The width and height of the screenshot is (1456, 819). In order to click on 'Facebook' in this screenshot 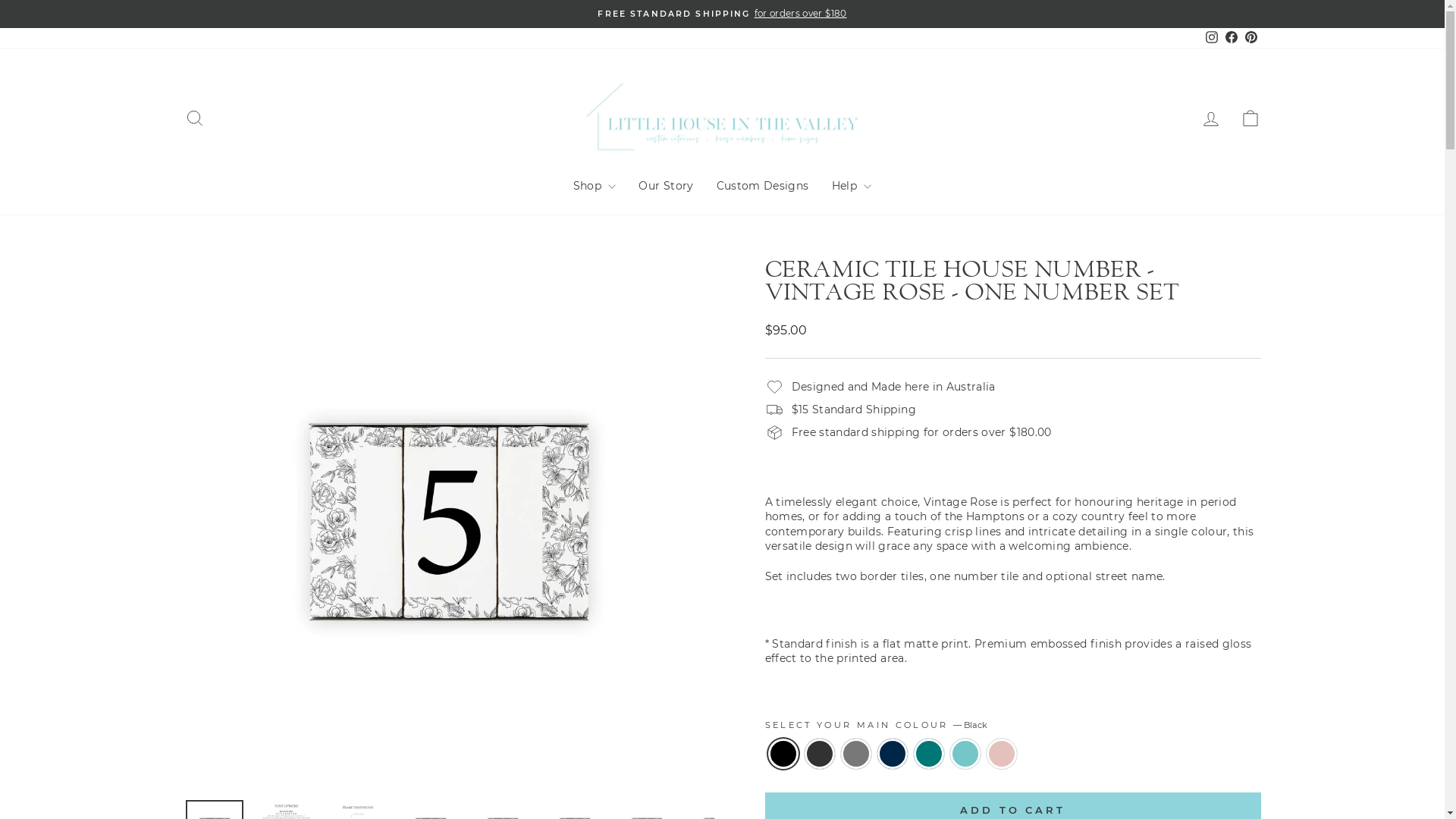, I will do `click(1220, 37)`.